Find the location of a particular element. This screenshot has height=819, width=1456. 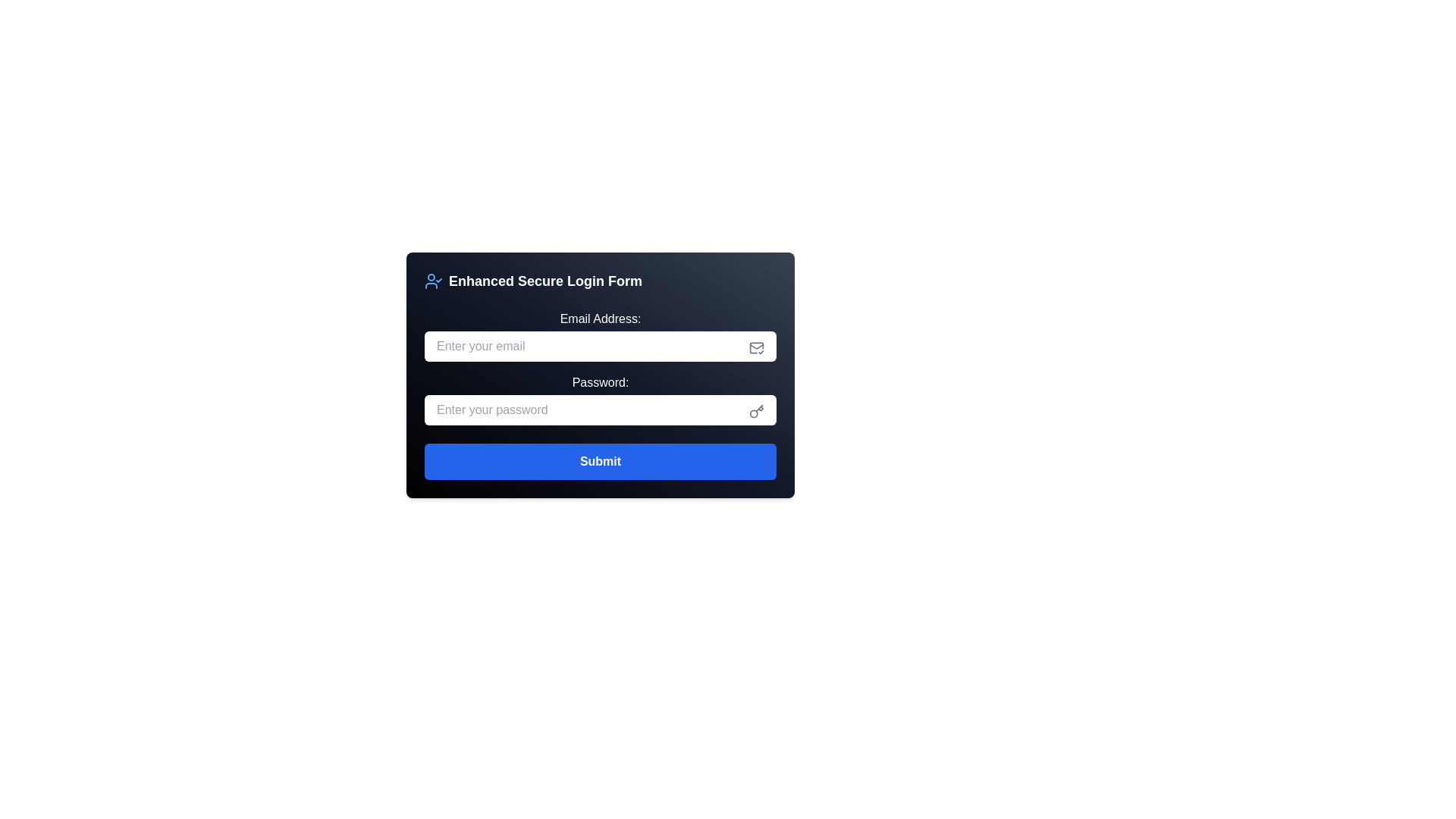

the key icon button located at the far right of the 'Password:' field is located at coordinates (757, 412).